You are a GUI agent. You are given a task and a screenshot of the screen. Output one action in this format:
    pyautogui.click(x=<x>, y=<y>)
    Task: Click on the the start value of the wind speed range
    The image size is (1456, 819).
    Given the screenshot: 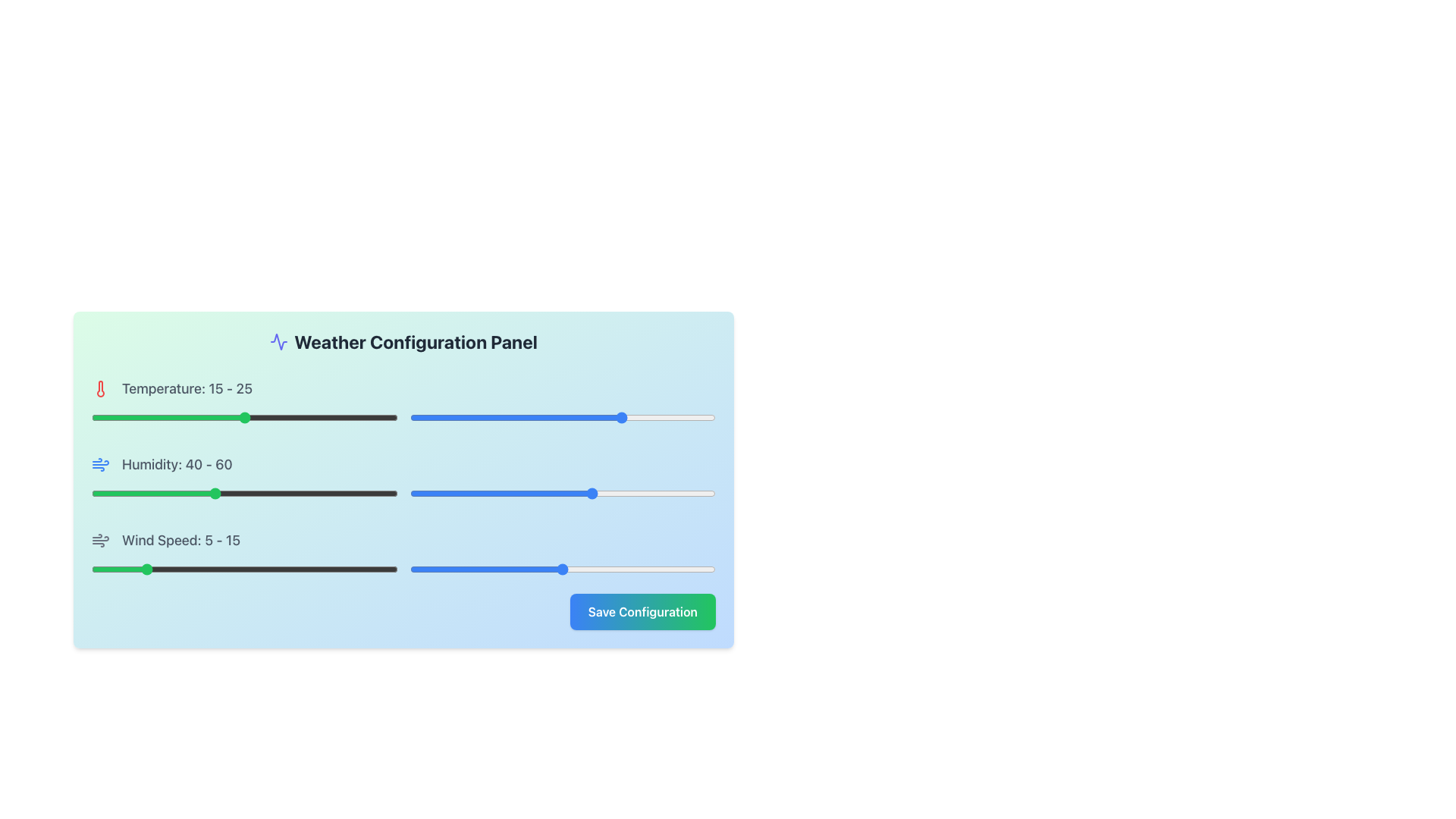 What is the action you would take?
    pyautogui.click(x=143, y=570)
    